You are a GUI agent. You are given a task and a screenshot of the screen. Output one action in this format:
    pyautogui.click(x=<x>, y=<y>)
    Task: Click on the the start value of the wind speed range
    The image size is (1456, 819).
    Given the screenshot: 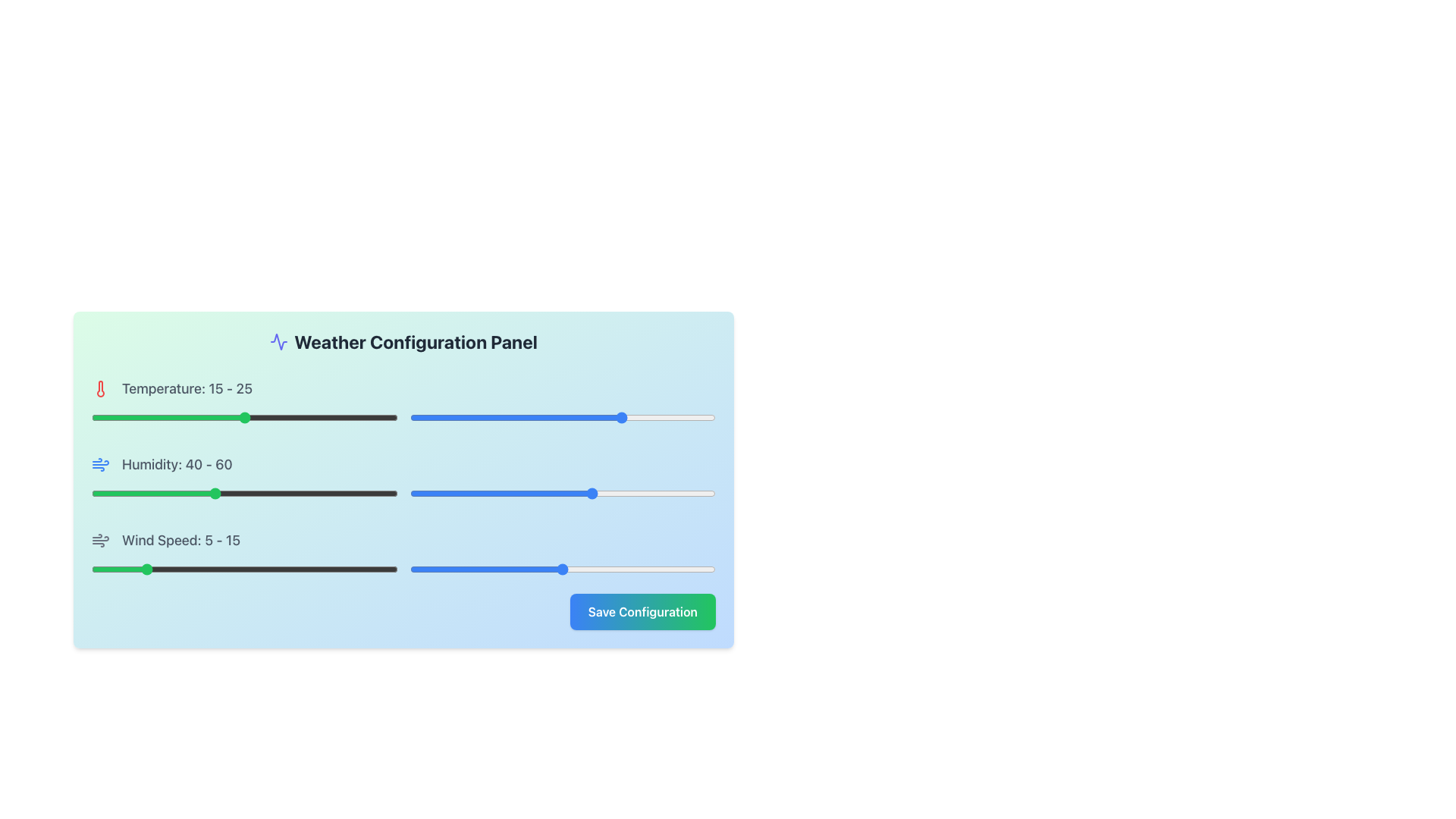 What is the action you would take?
    pyautogui.click(x=143, y=570)
    